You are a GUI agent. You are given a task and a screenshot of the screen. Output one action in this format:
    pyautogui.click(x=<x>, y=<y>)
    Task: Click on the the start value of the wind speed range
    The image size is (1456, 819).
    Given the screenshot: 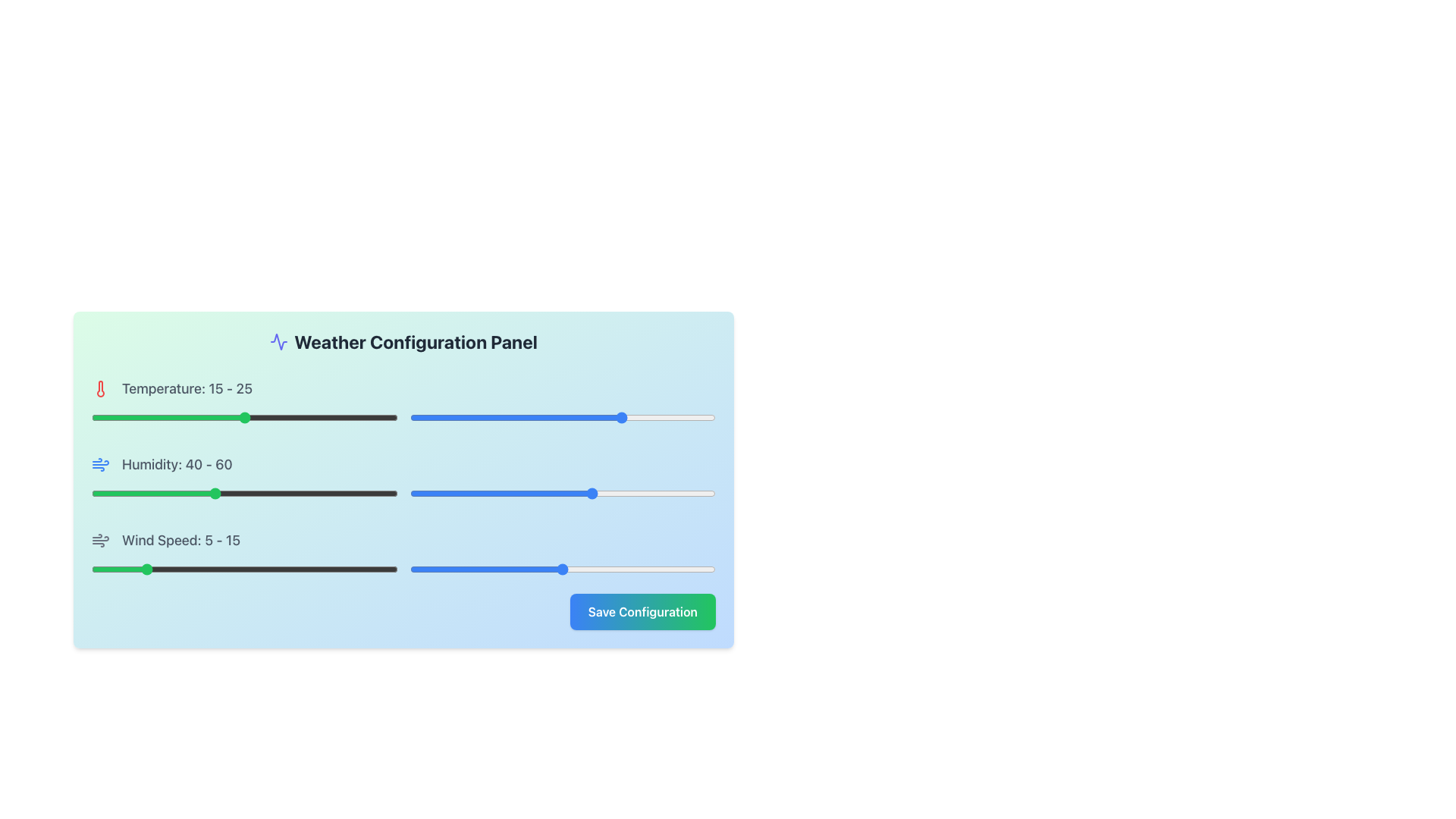 What is the action you would take?
    pyautogui.click(x=143, y=570)
    